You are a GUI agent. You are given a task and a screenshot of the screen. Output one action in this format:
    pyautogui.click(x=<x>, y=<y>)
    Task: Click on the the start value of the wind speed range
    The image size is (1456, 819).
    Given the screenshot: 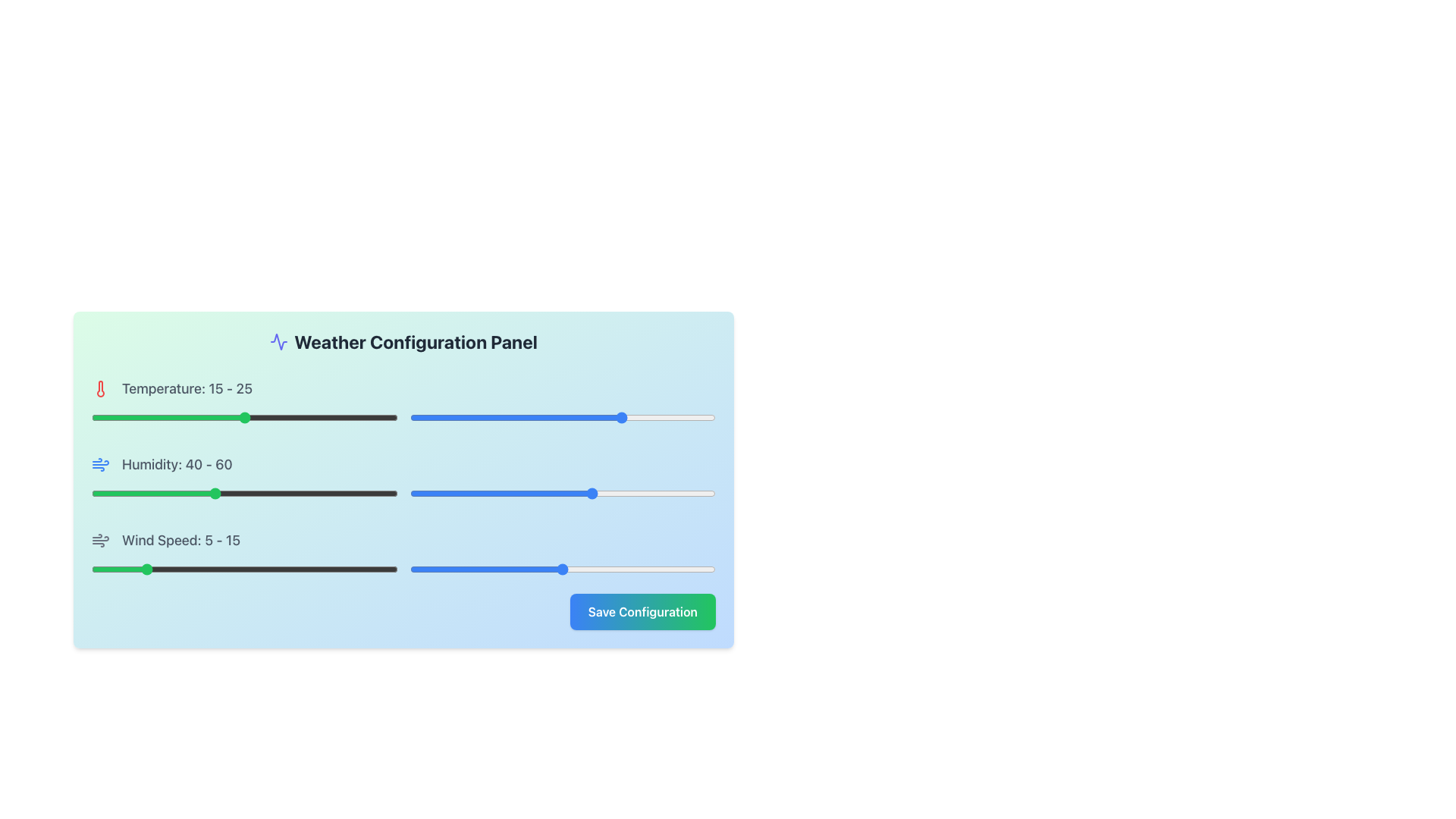 What is the action you would take?
    pyautogui.click(x=143, y=570)
    